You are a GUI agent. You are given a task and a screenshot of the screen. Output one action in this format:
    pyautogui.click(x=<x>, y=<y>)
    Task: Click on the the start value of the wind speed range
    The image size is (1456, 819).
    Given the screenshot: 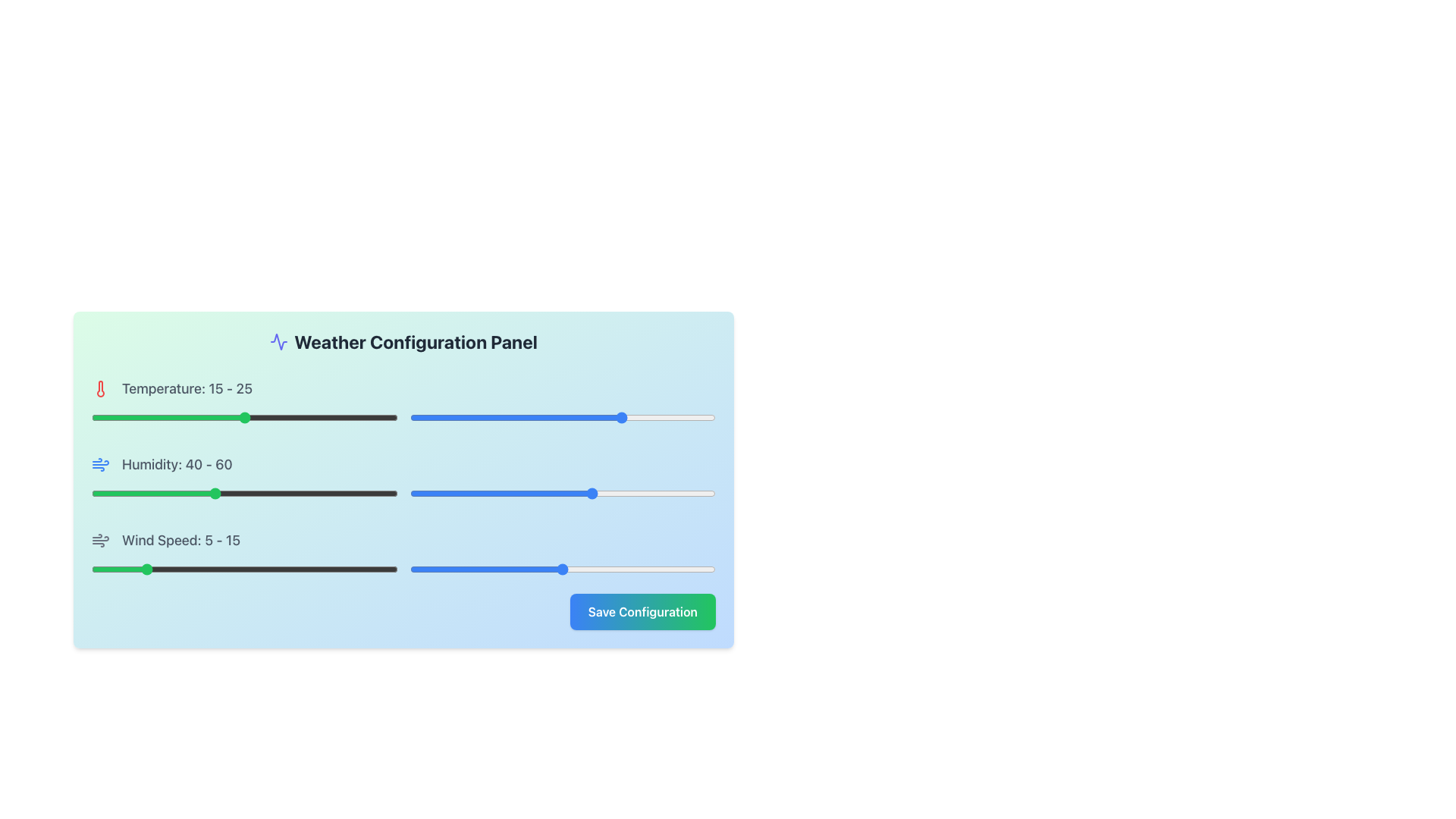 What is the action you would take?
    pyautogui.click(x=143, y=570)
    